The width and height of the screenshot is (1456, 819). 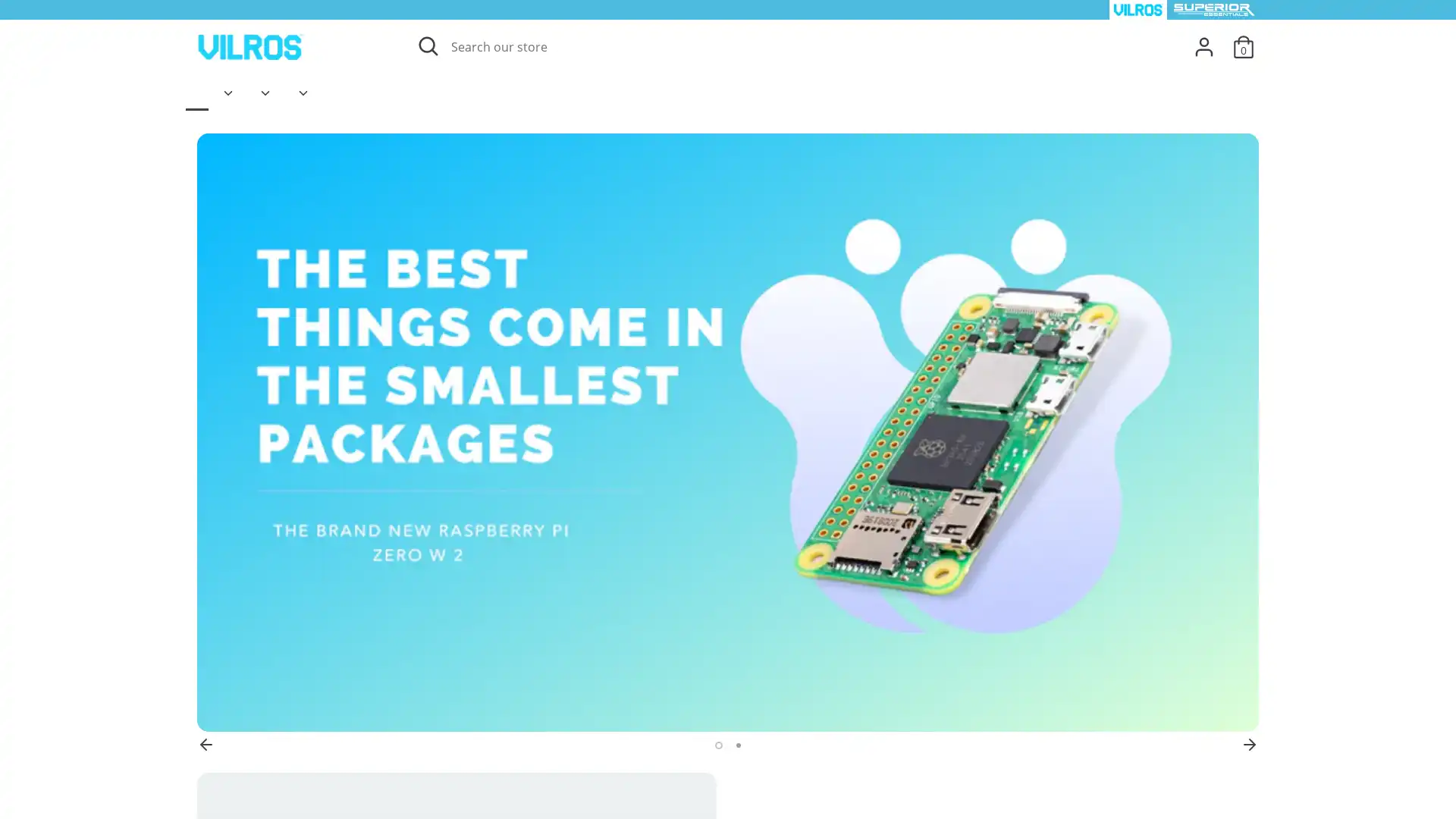 What do you see at coordinates (716, 745) in the screenshot?
I see `1` at bounding box center [716, 745].